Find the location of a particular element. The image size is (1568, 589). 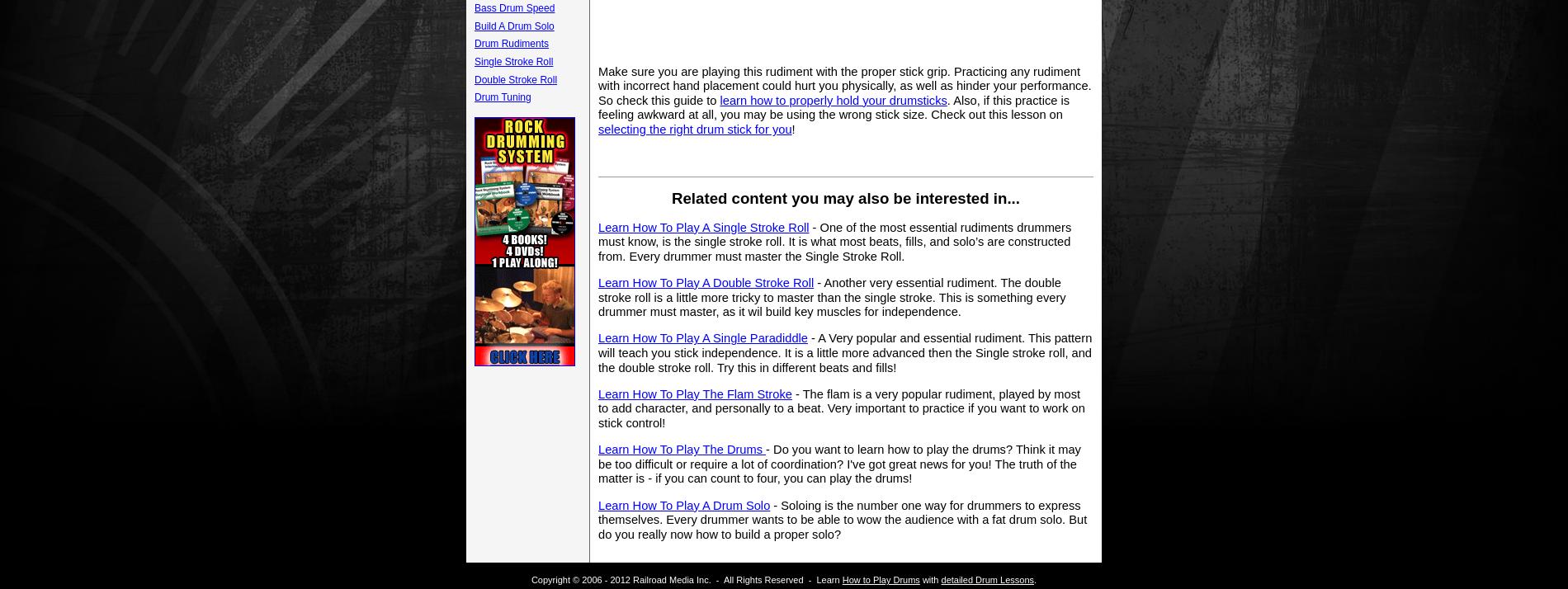

'Learn How To Play A Drum Solo' is located at coordinates (682, 503).